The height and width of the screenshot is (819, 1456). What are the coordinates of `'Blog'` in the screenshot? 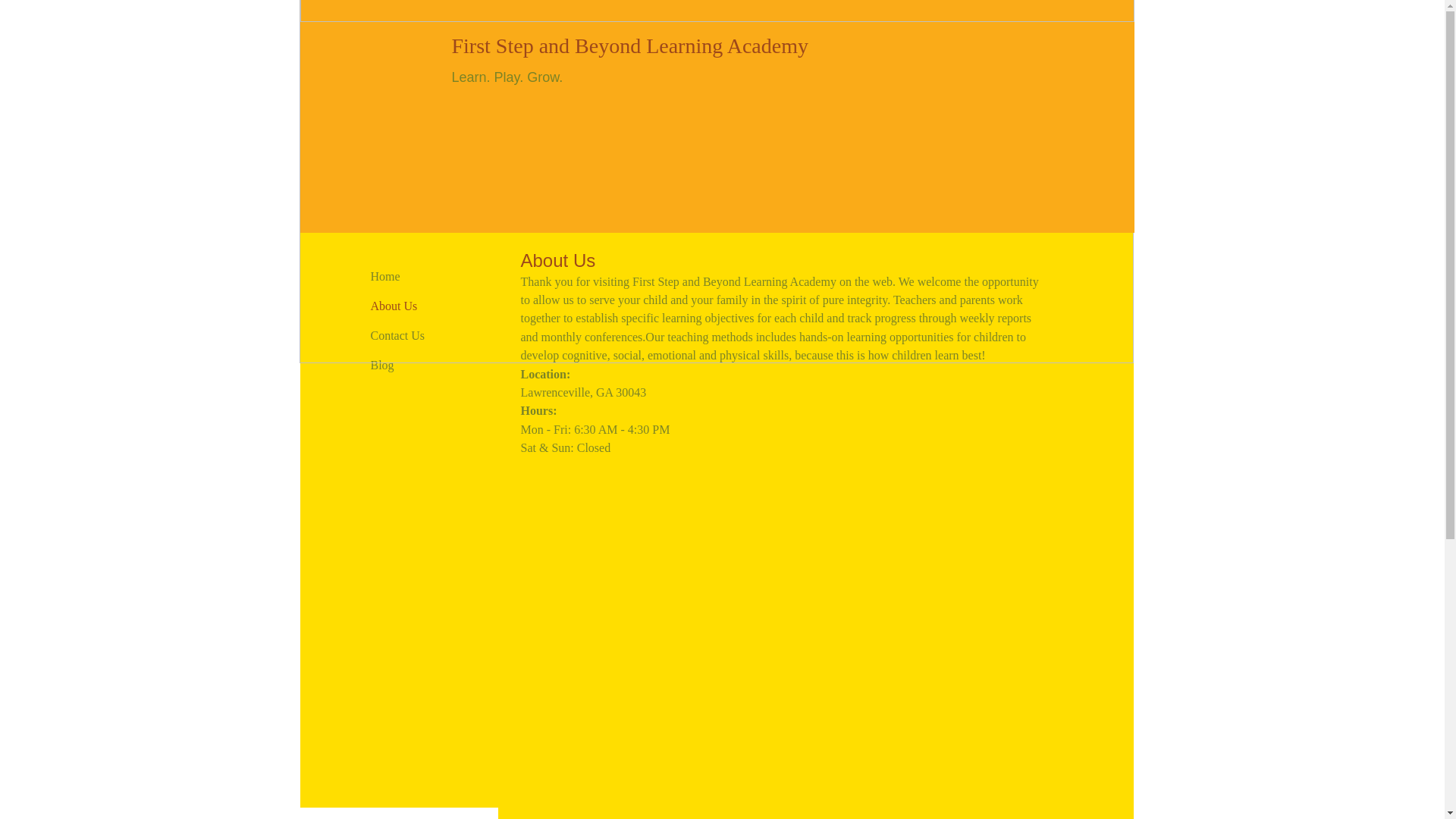 It's located at (381, 366).